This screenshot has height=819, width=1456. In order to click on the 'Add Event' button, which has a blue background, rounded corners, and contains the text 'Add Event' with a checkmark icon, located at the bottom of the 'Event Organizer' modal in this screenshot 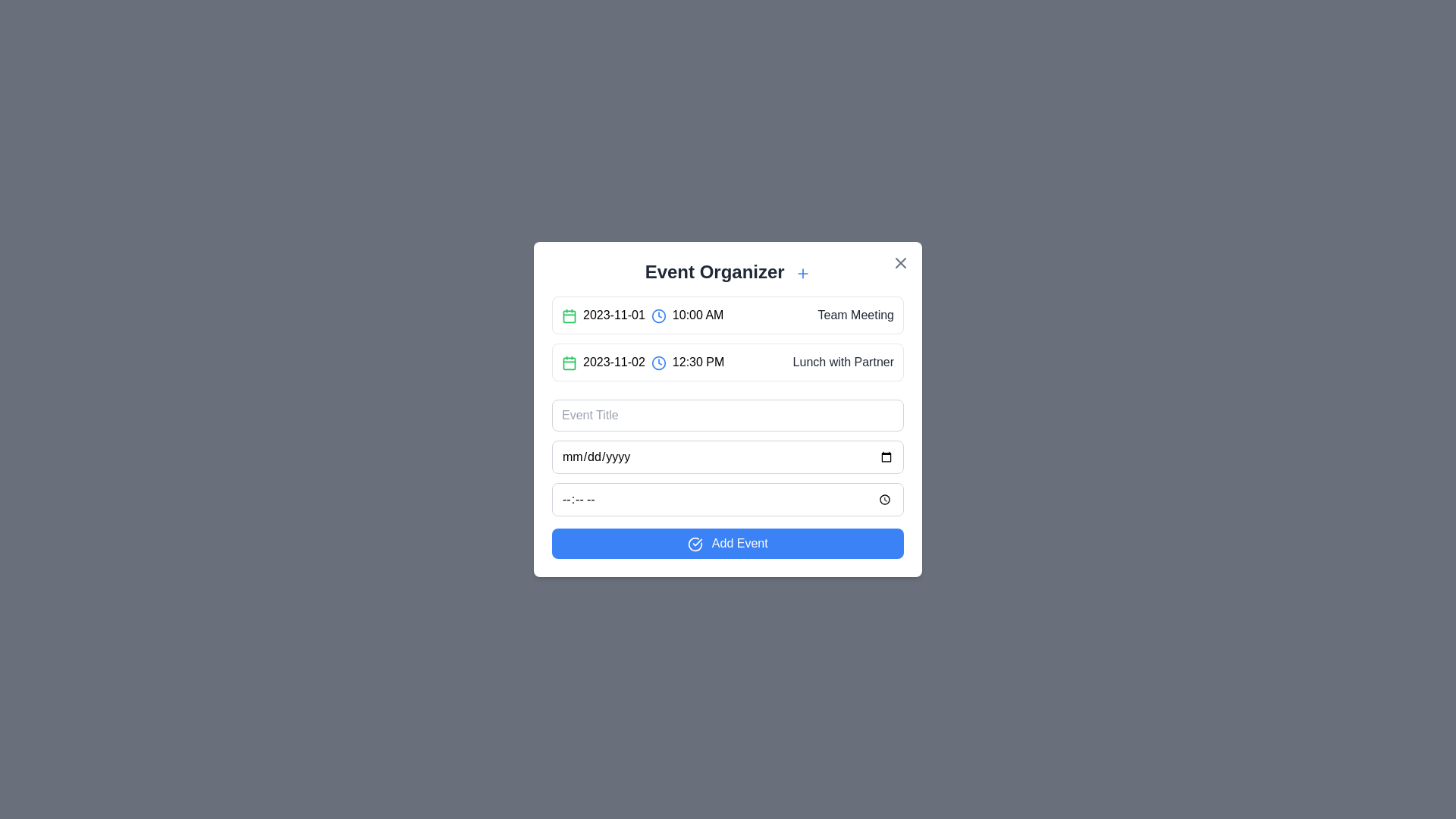, I will do `click(728, 543)`.